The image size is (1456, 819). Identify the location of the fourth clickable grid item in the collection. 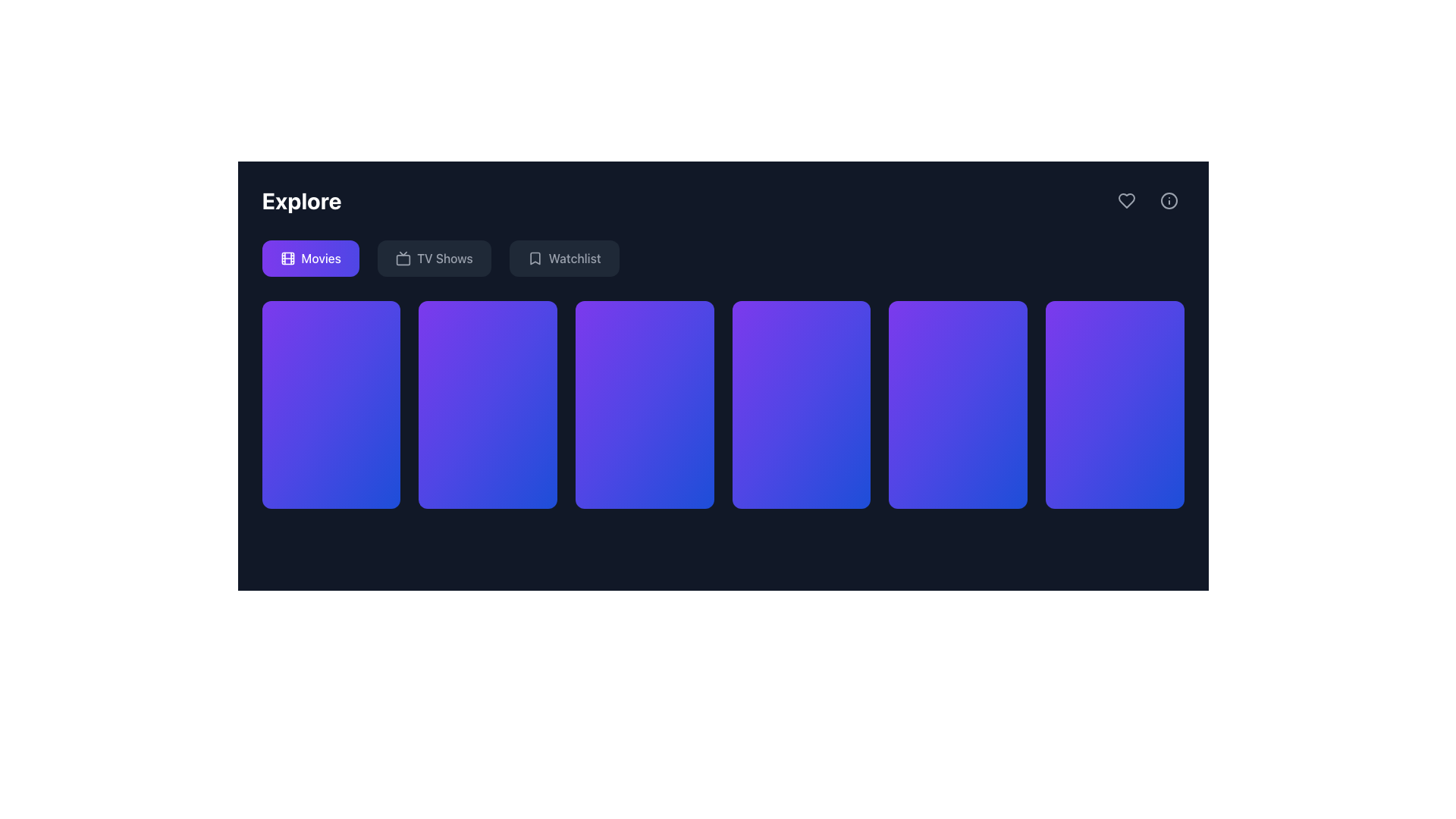
(645, 403).